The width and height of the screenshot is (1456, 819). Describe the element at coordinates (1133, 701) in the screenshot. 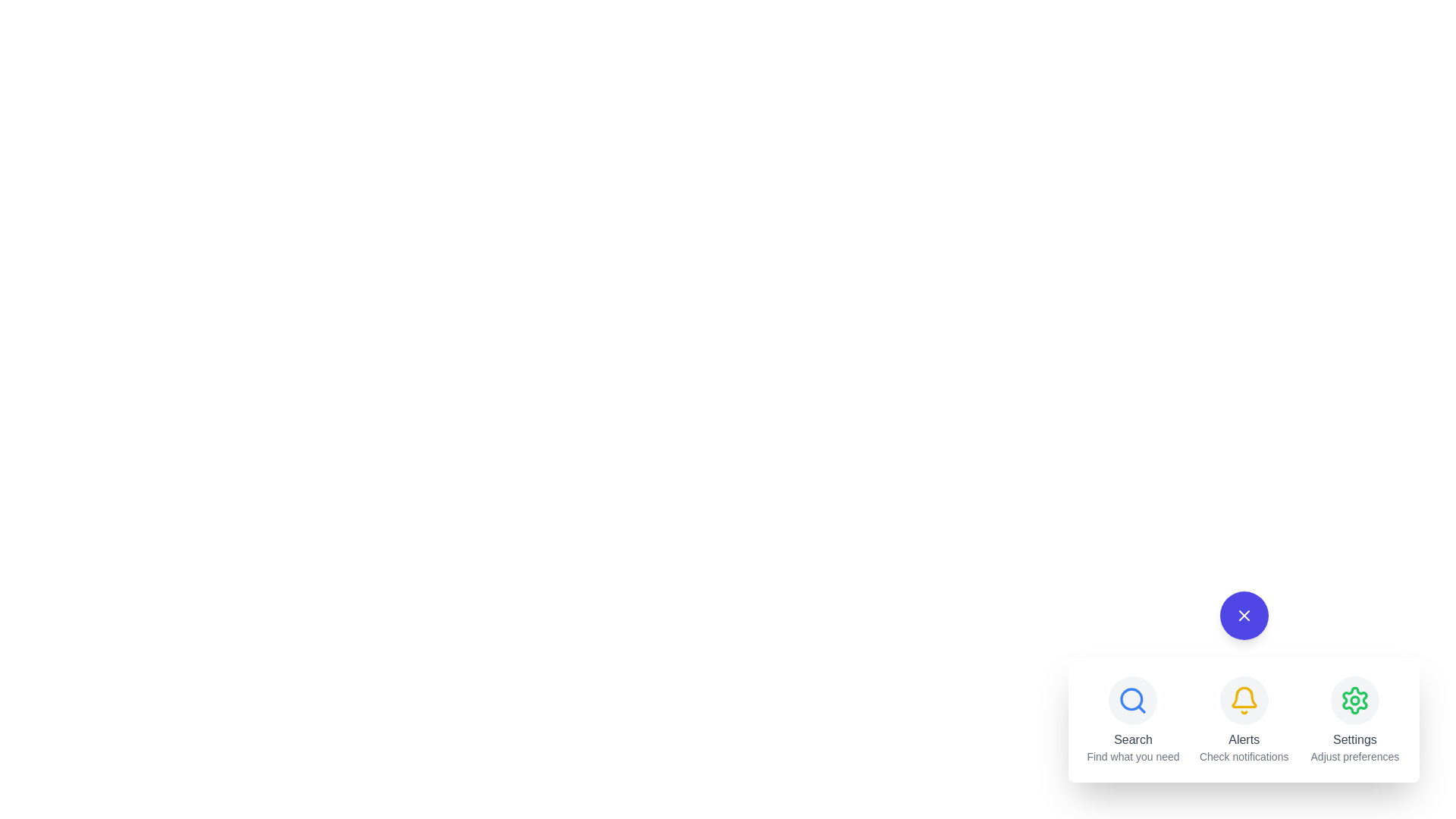

I see `the Search button to perform its action` at that location.